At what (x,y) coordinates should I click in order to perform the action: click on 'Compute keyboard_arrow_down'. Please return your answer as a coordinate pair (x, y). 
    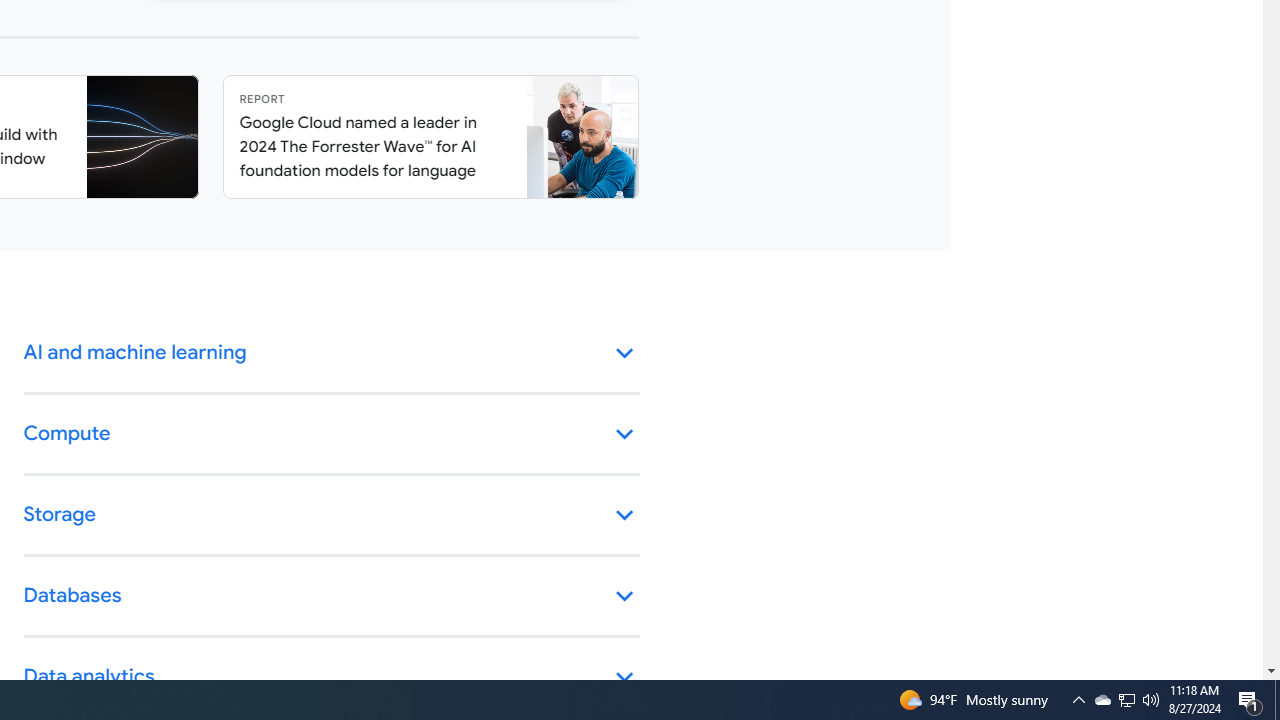
    Looking at the image, I should click on (331, 433).